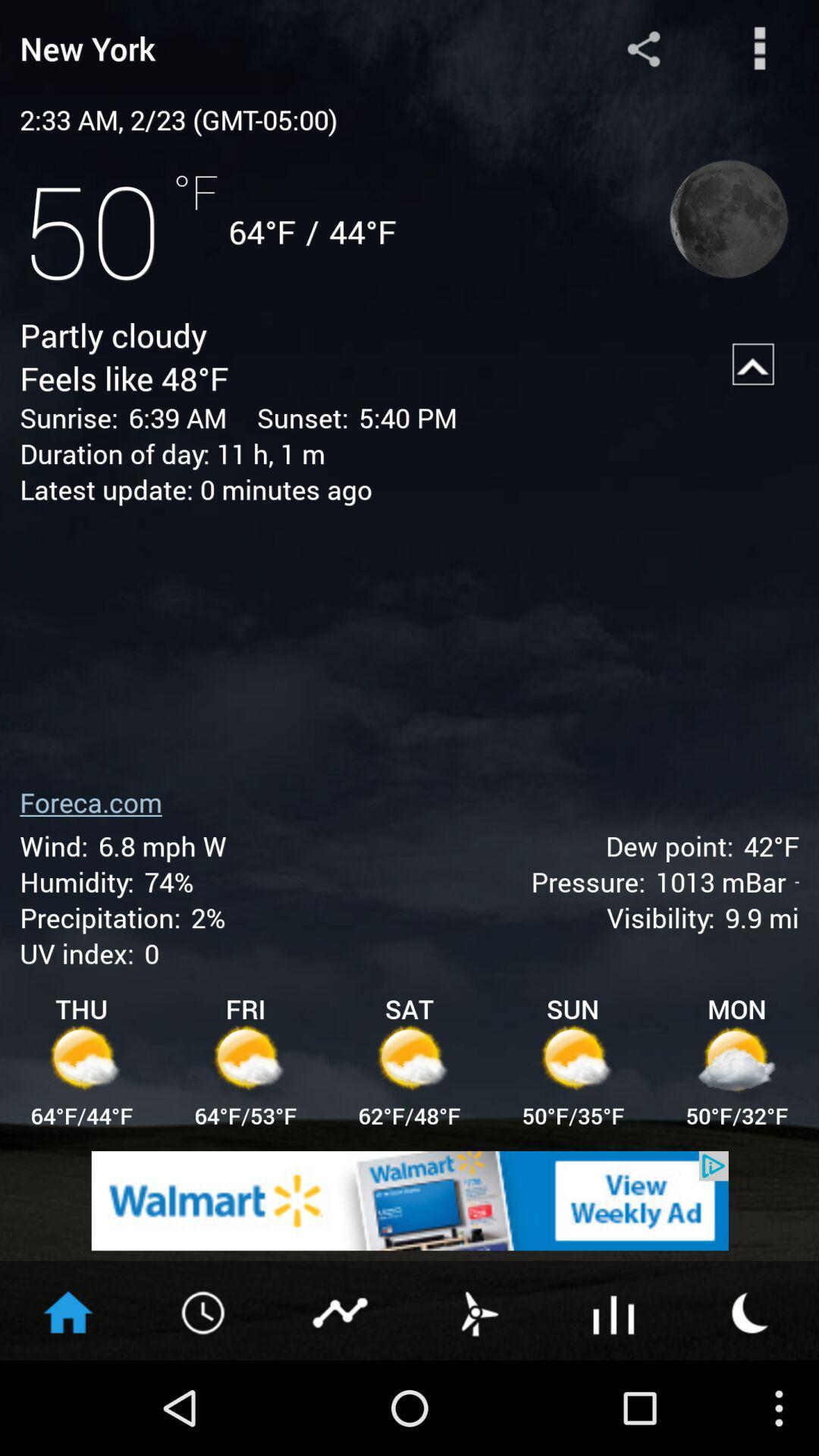 The image size is (819, 1456). I want to click on icone, so click(409, 1200).